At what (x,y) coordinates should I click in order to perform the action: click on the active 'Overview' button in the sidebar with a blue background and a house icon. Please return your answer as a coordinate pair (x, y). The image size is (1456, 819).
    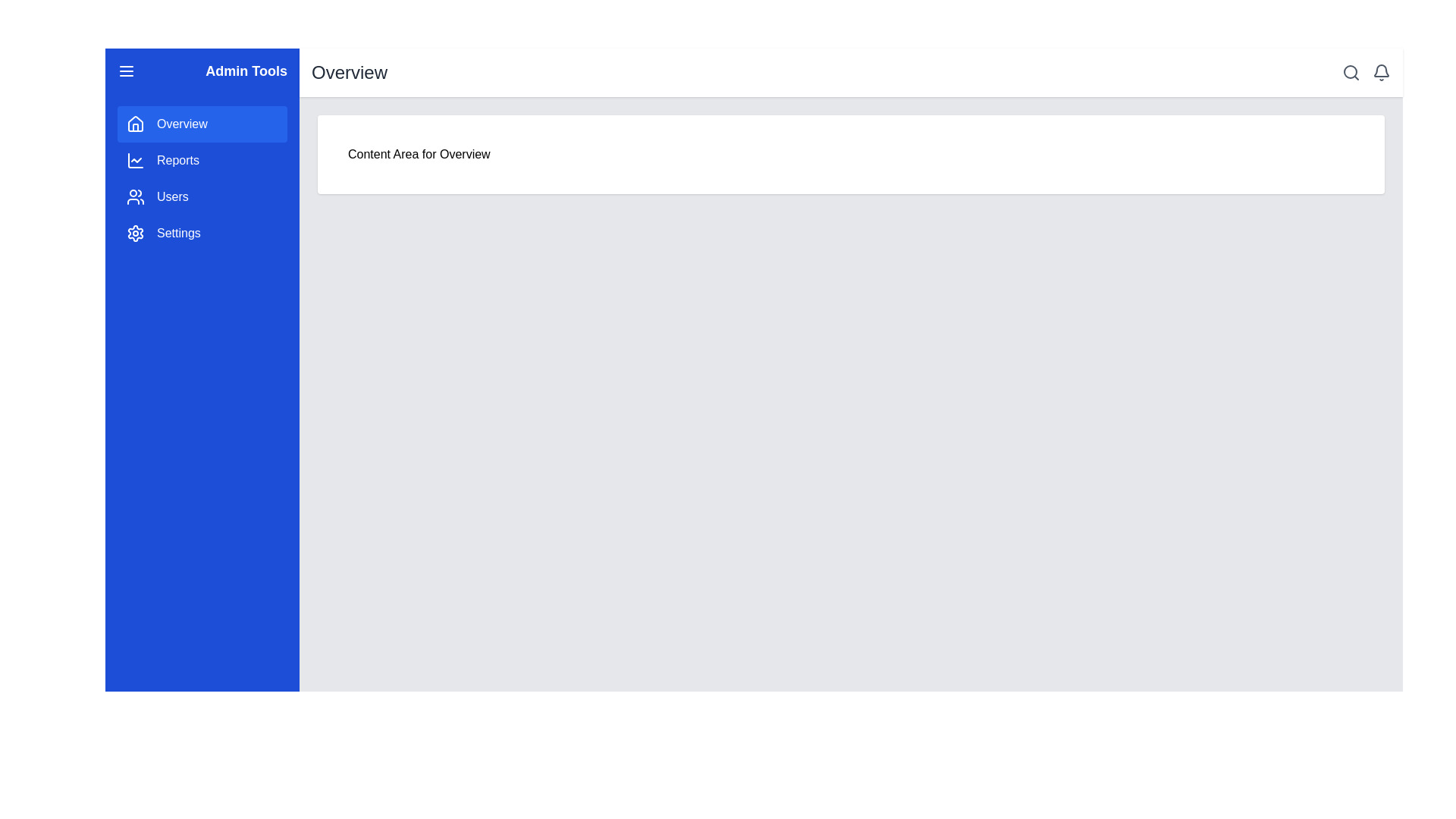
    Looking at the image, I should click on (202, 124).